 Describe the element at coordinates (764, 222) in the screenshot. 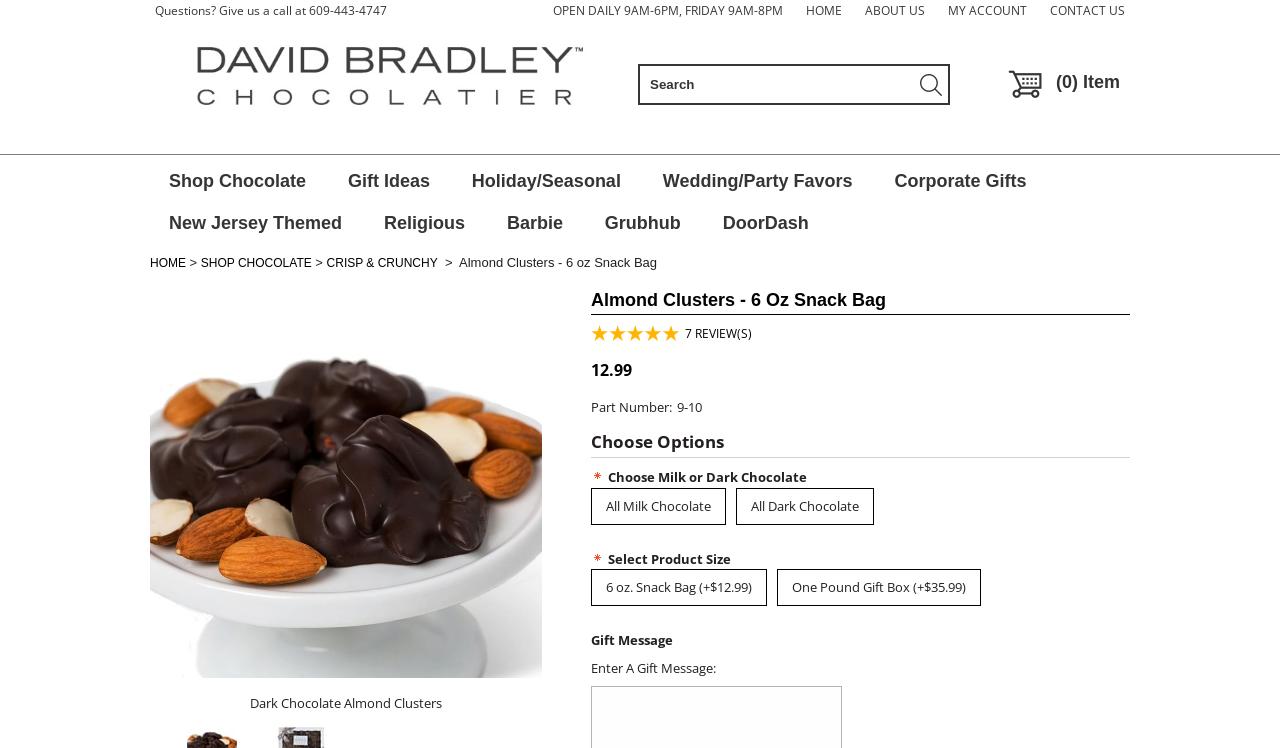

I see `'DoorDash'` at that location.